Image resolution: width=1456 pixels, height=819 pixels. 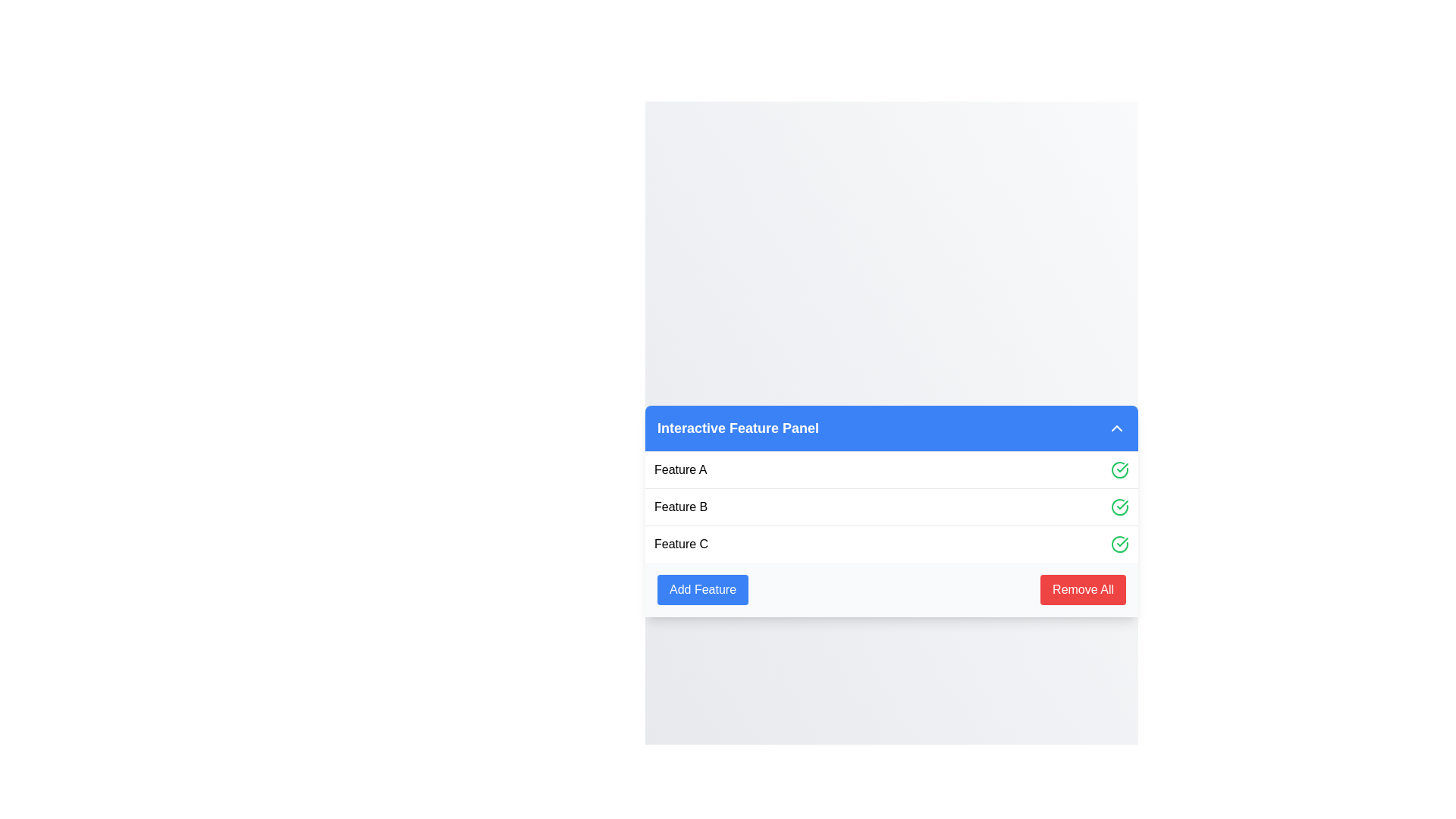 What do you see at coordinates (892, 506) in the screenshot?
I see `the 'Feature B' list item, which is the second row in the 'Interactive Feature Panel', indicated by a green check mark` at bounding box center [892, 506].